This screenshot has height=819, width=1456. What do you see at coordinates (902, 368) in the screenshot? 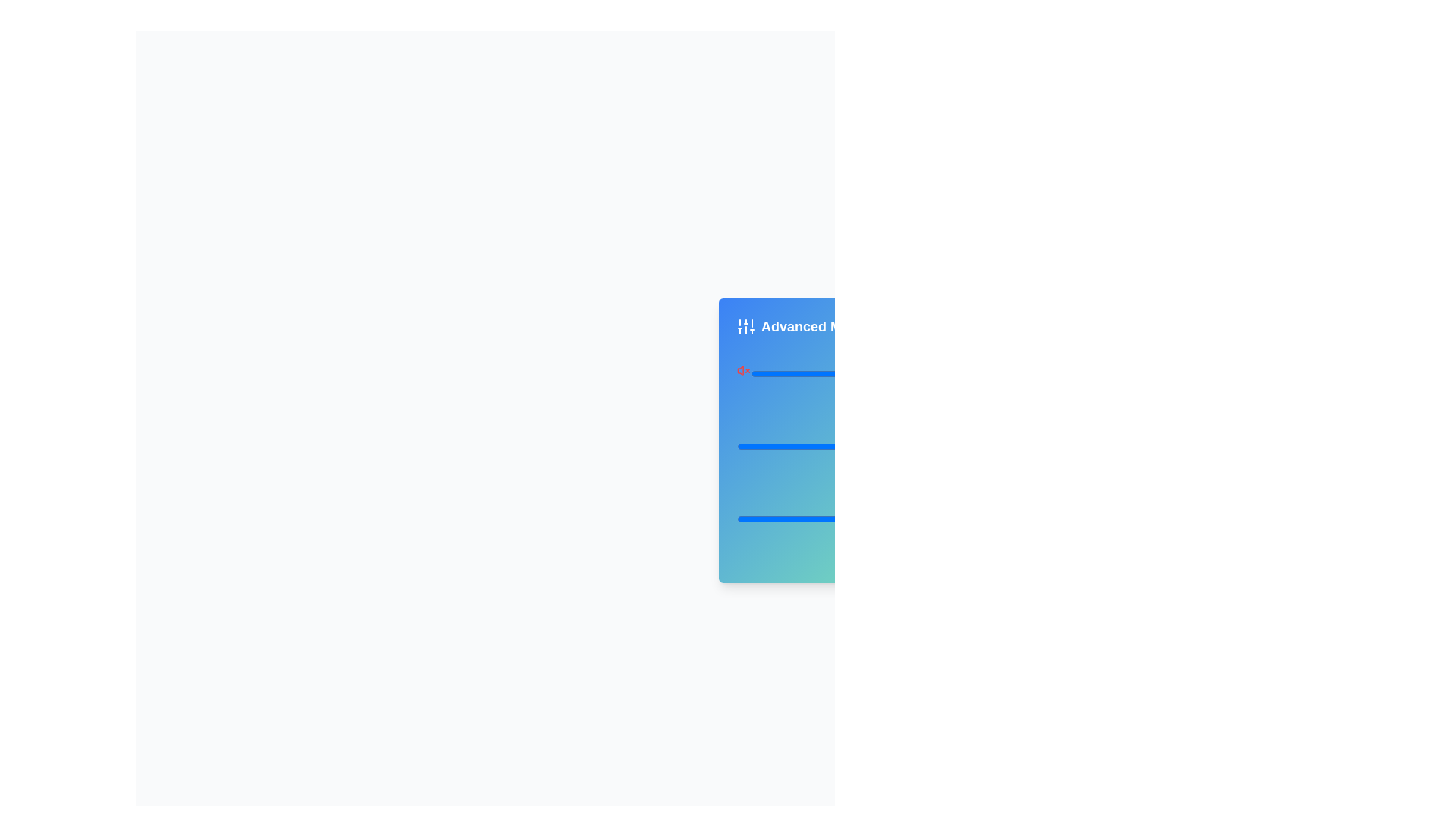
I see `the slider value` at bounding box center [902, 368].